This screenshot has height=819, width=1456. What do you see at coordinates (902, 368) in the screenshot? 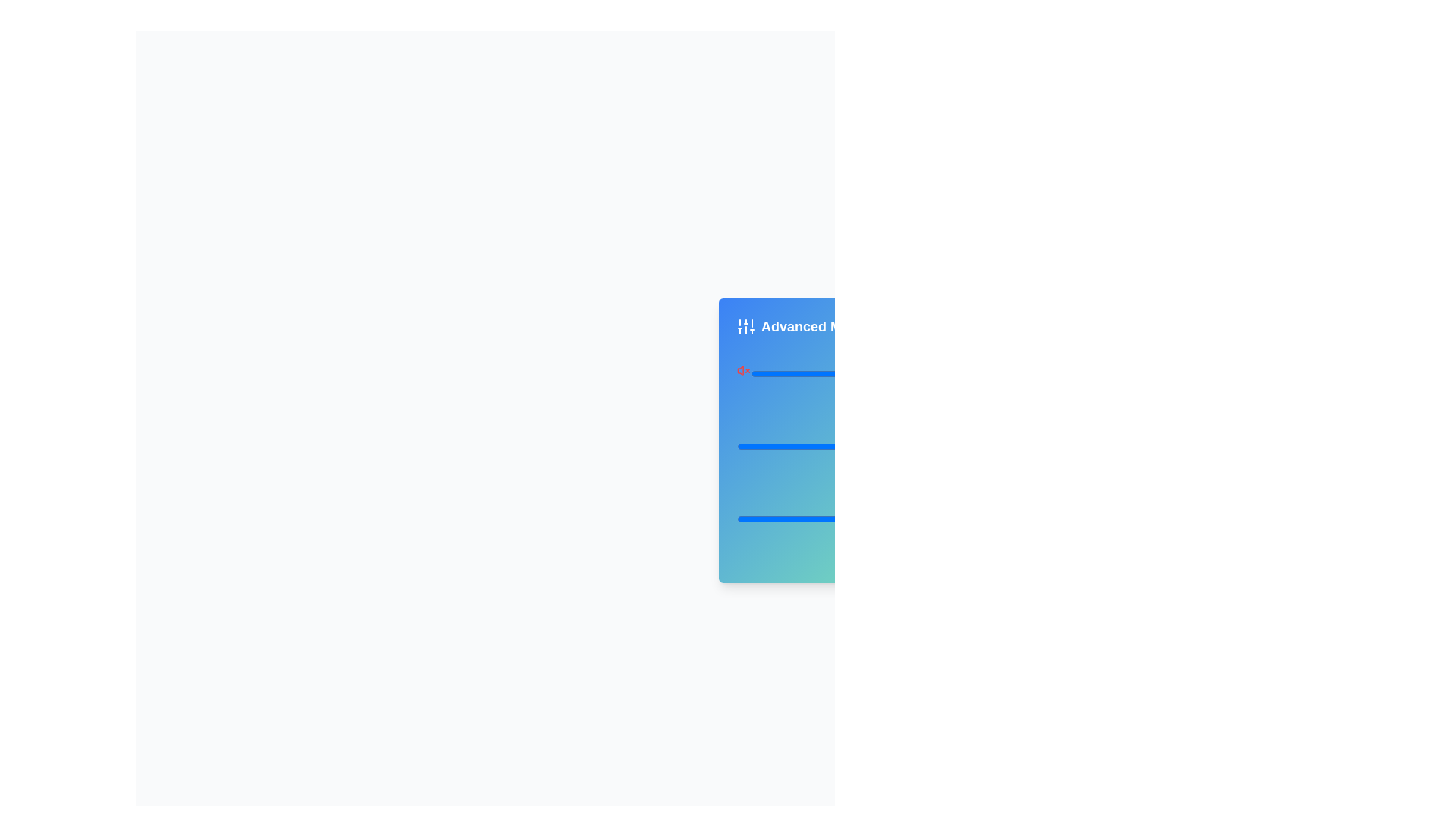
I see `the slider value` at bounding box center [902, 368].